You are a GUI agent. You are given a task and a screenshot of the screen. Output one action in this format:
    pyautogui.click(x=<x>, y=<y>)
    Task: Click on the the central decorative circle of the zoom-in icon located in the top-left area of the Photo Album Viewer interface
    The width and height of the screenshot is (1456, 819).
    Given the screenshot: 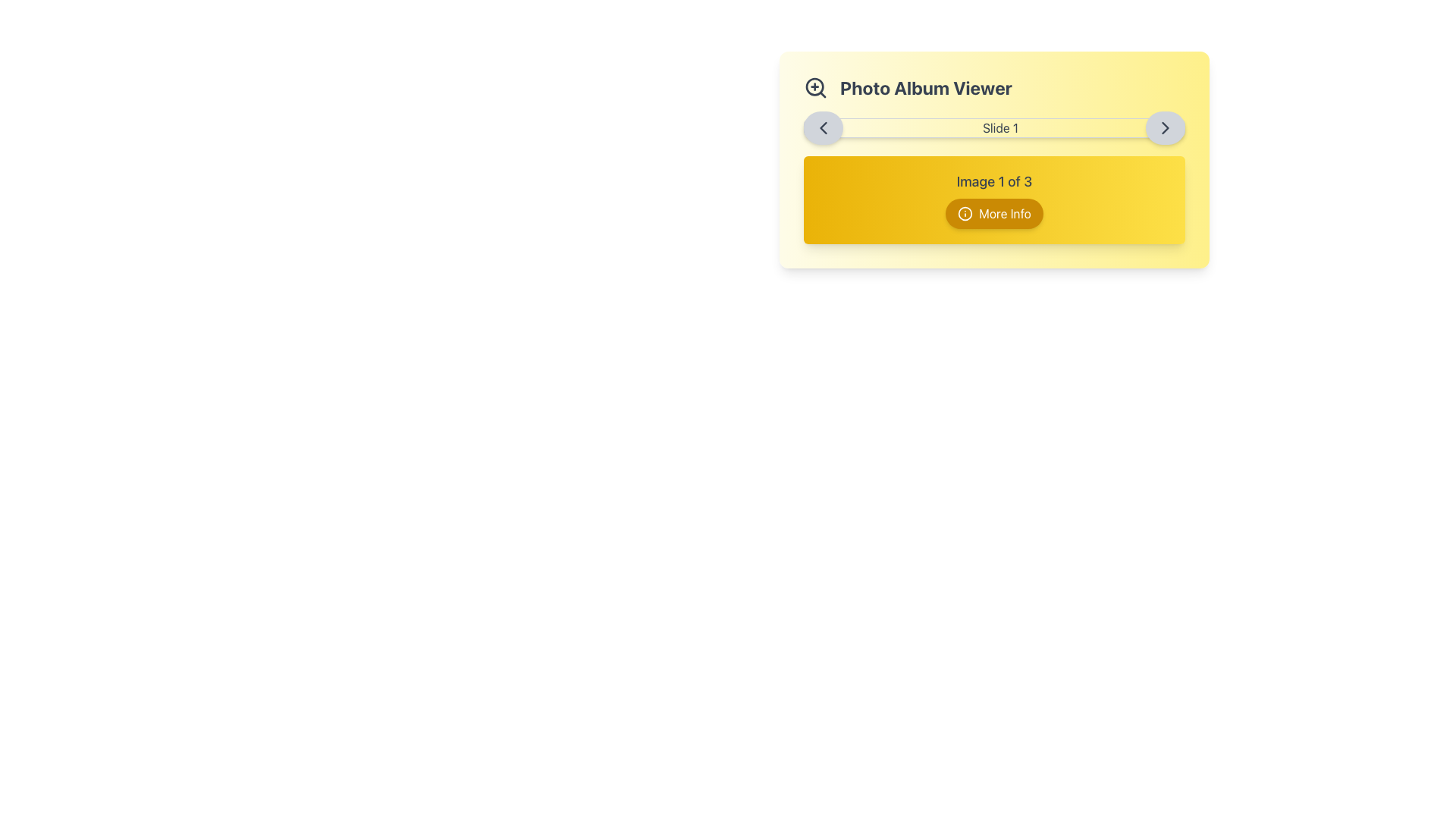 What is the action you would take?
    pyautogui.click(x=814, y=86)
    